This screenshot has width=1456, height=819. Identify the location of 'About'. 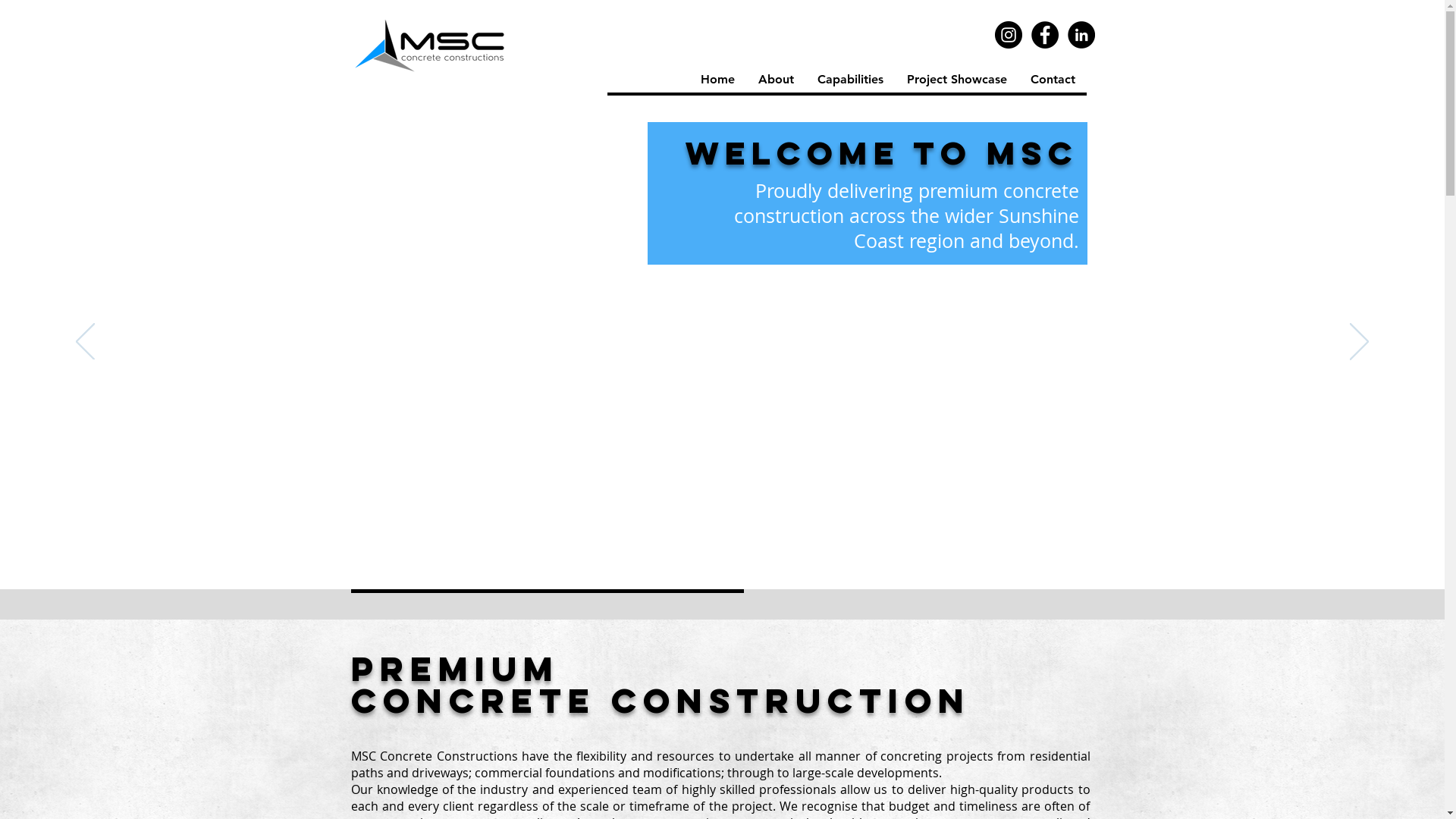
(775, 79).